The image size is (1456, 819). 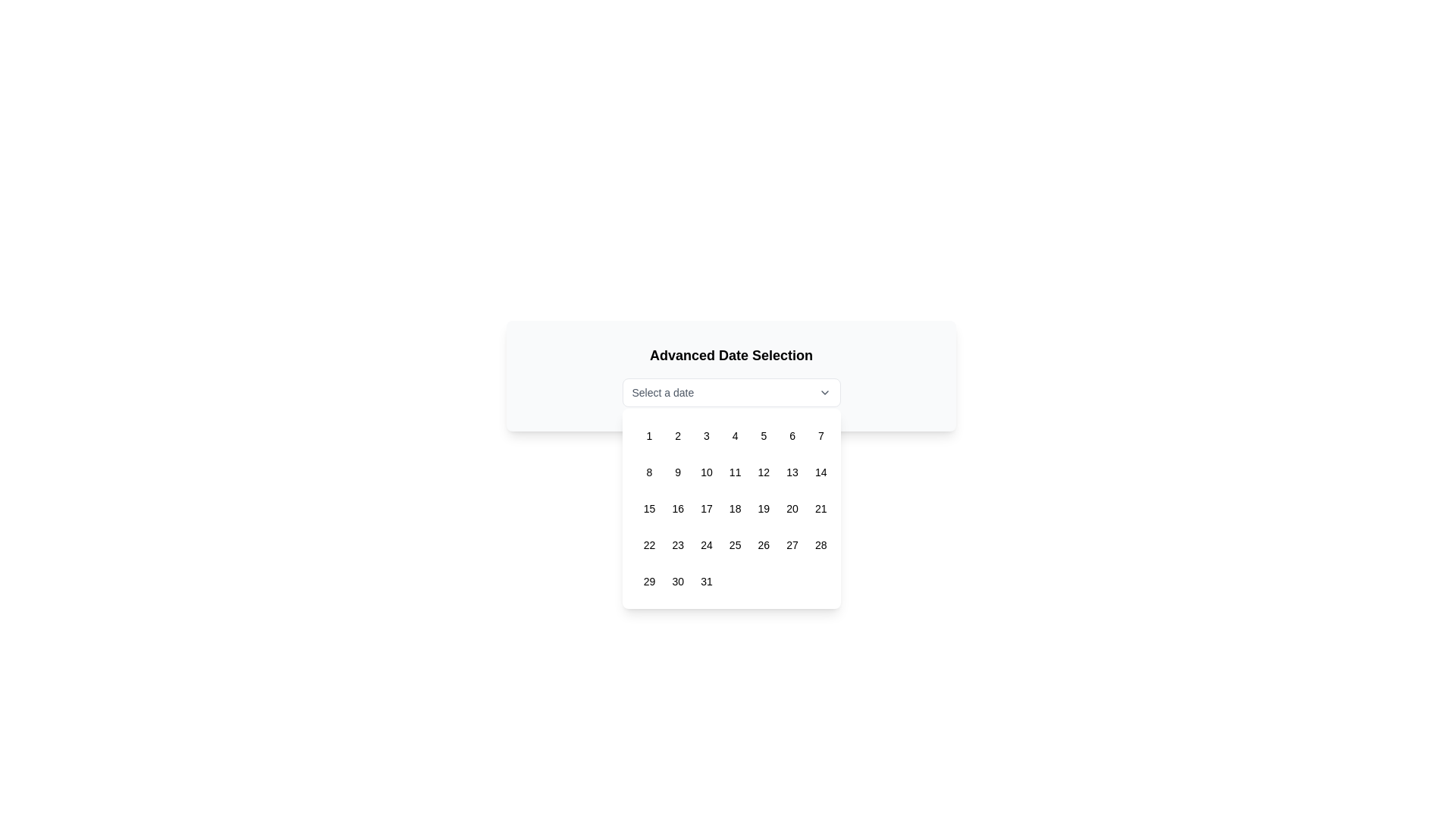 I want to click on the small square button labeled '9' with a white background and black text, so click(x=677, y=472).